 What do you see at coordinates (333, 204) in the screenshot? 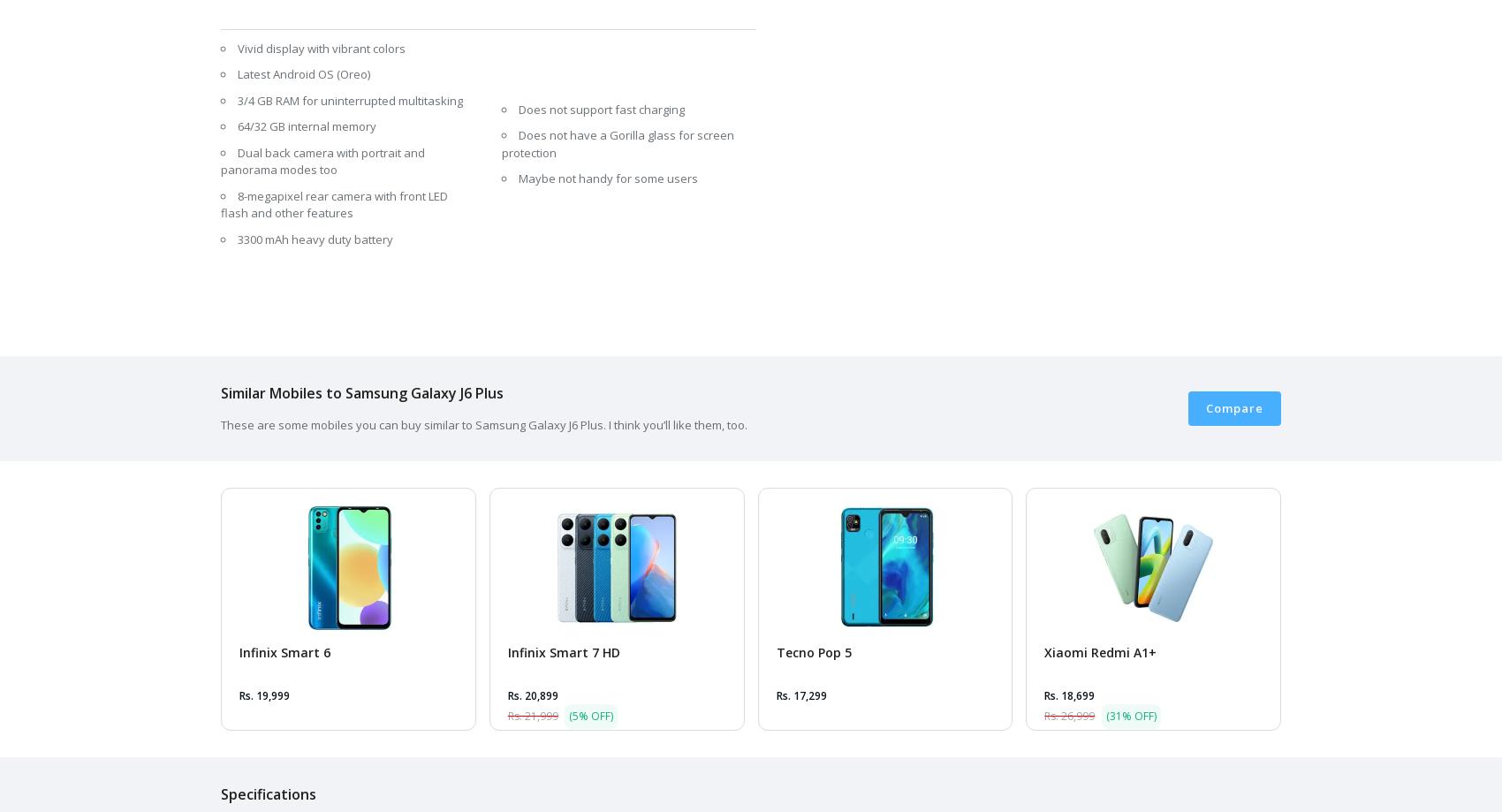
I see `'8-megapixel rear camera with front LED flash and other features'` at bounding box center [333, 204].